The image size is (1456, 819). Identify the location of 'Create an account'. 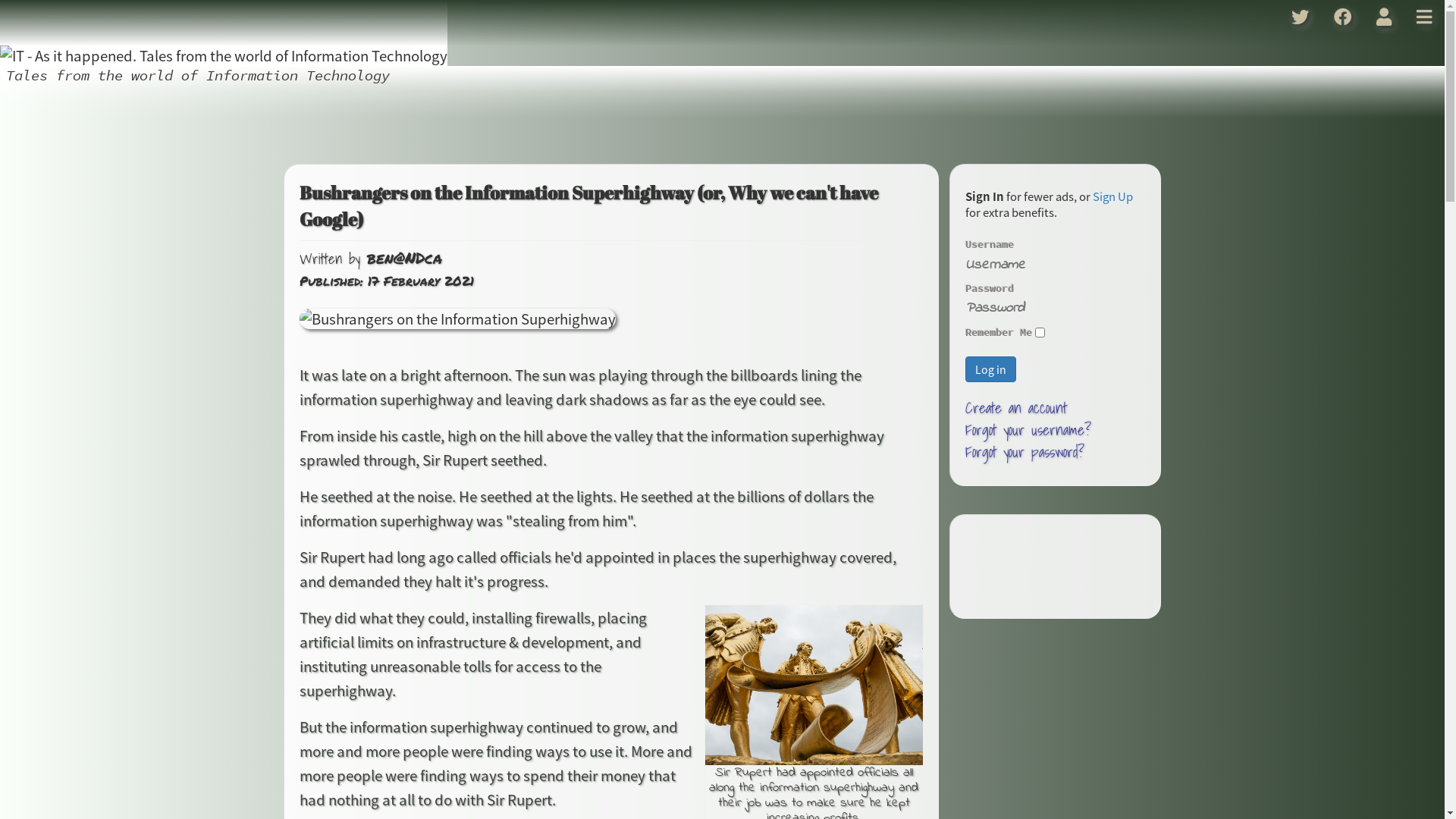
(1015, 406).